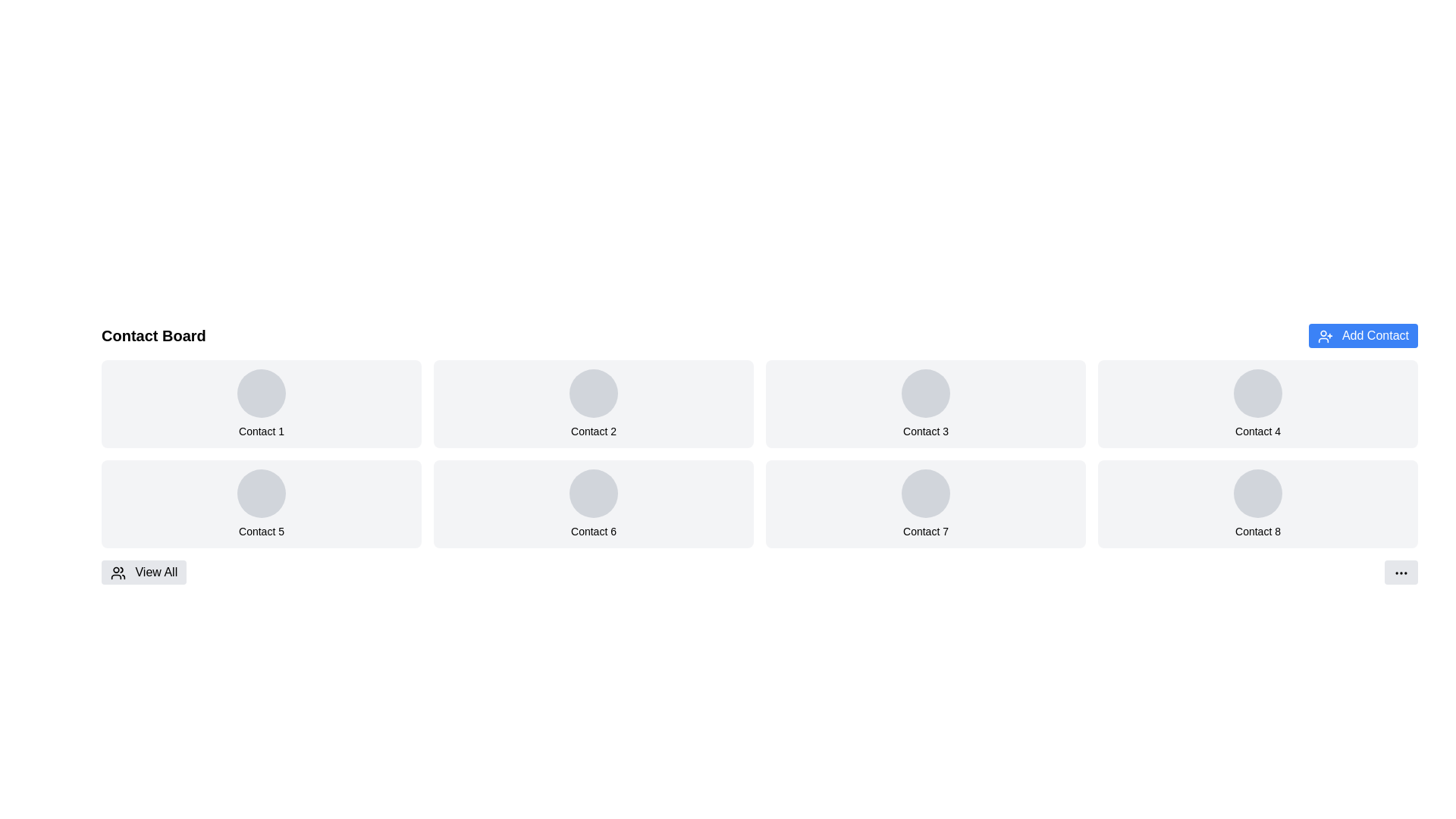 Image resolution: width=1456 pixels, height=819 pixels. I want to click on the 'Add Contact' button located at the top-right corner of the 'Contact Board' section to initiate the action for adding a new contact, so click(1363, 335).